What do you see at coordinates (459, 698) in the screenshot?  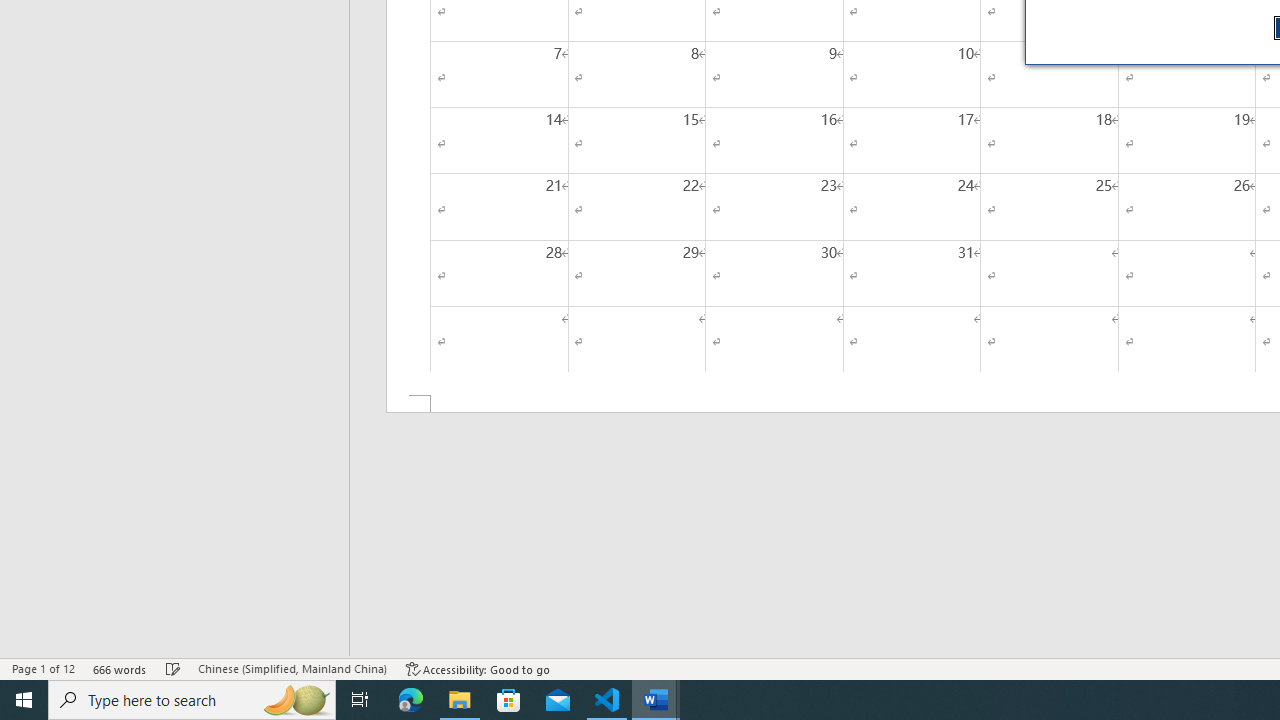 I see `'File Explorer - 1 running window'` at bounding box center [459, 698].